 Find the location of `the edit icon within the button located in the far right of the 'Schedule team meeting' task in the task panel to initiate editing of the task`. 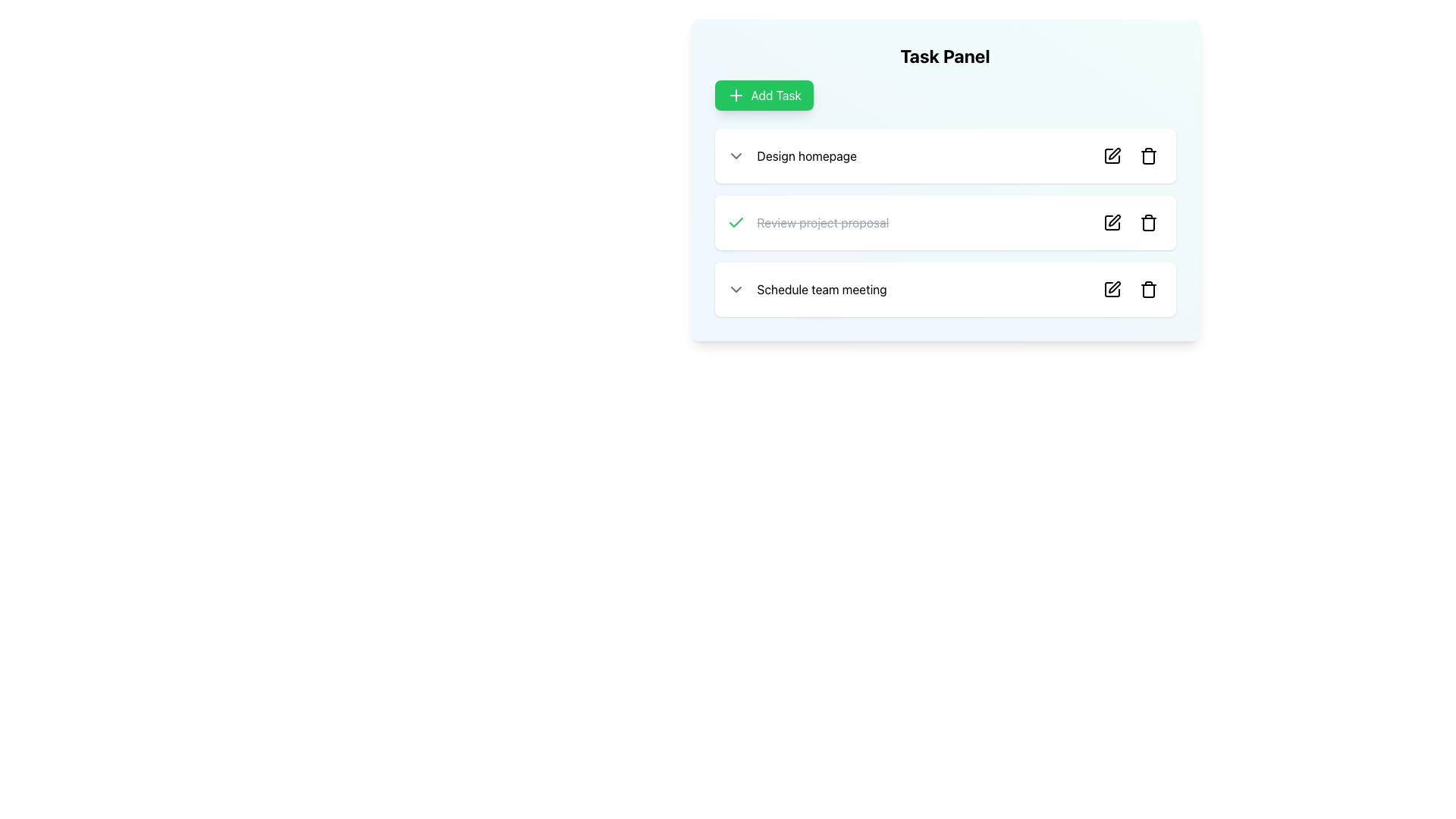

the edit icon within the button located in the far right of the 'Schedule team meeting' task in the task panel to initiate editing of the task is located at coordinates (1114, 287).